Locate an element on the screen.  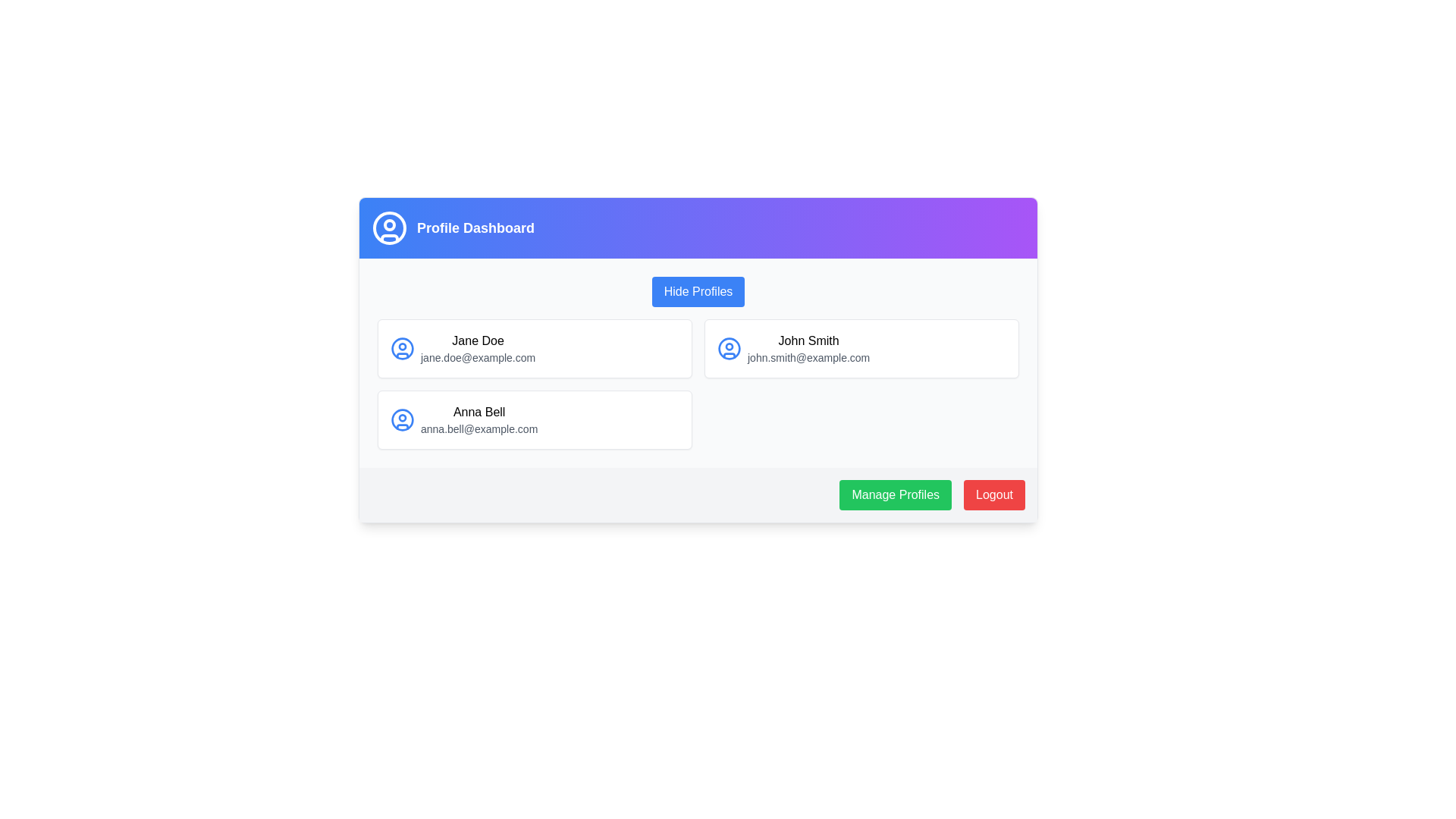
the button located to the left of the 'Logout' button in the lower-right corner is located at coordinates (896, 494).